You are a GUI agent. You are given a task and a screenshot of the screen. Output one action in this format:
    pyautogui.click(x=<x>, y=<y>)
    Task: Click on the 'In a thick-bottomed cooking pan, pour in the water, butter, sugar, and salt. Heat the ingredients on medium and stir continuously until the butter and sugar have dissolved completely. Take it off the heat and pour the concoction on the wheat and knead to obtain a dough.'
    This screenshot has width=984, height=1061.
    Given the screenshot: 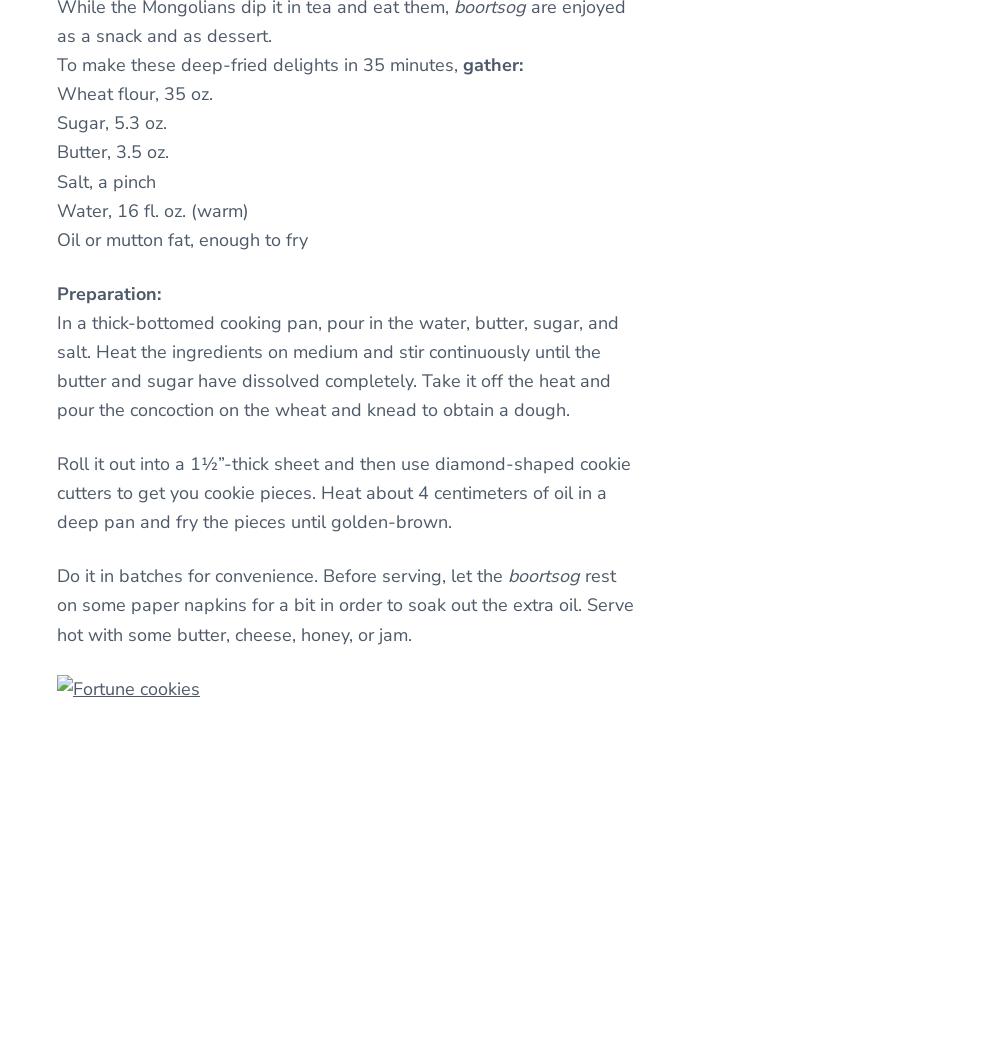 What is the action you would take?
    pyautogui.click(x=337, y=366)
    